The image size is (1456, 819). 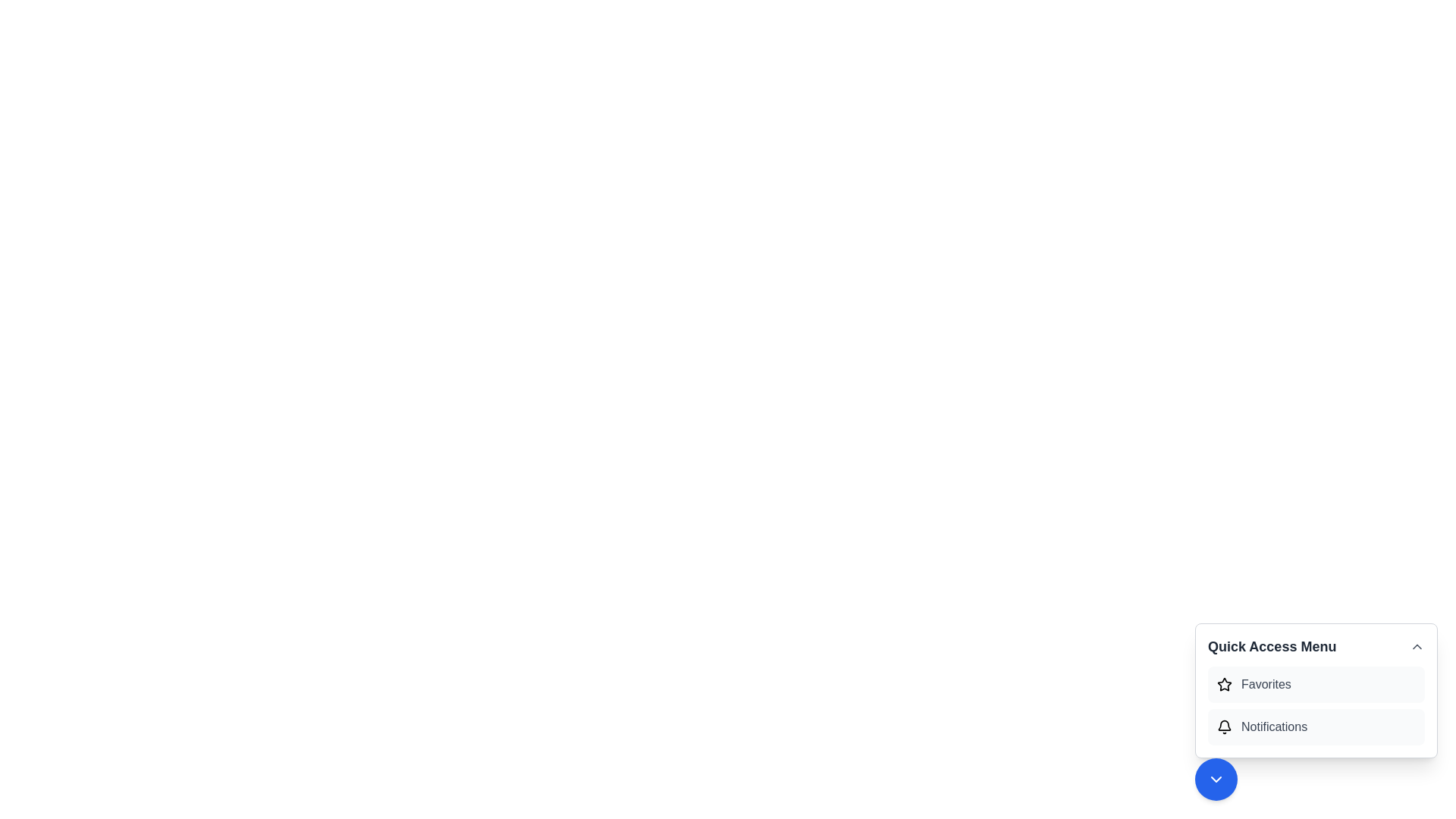 What do you see at coordinates (1224, 726) in the screenshot?
I see `the 'Notifications' icon in the 'Quick Access Menu'` at bounding box center [1224, 726].